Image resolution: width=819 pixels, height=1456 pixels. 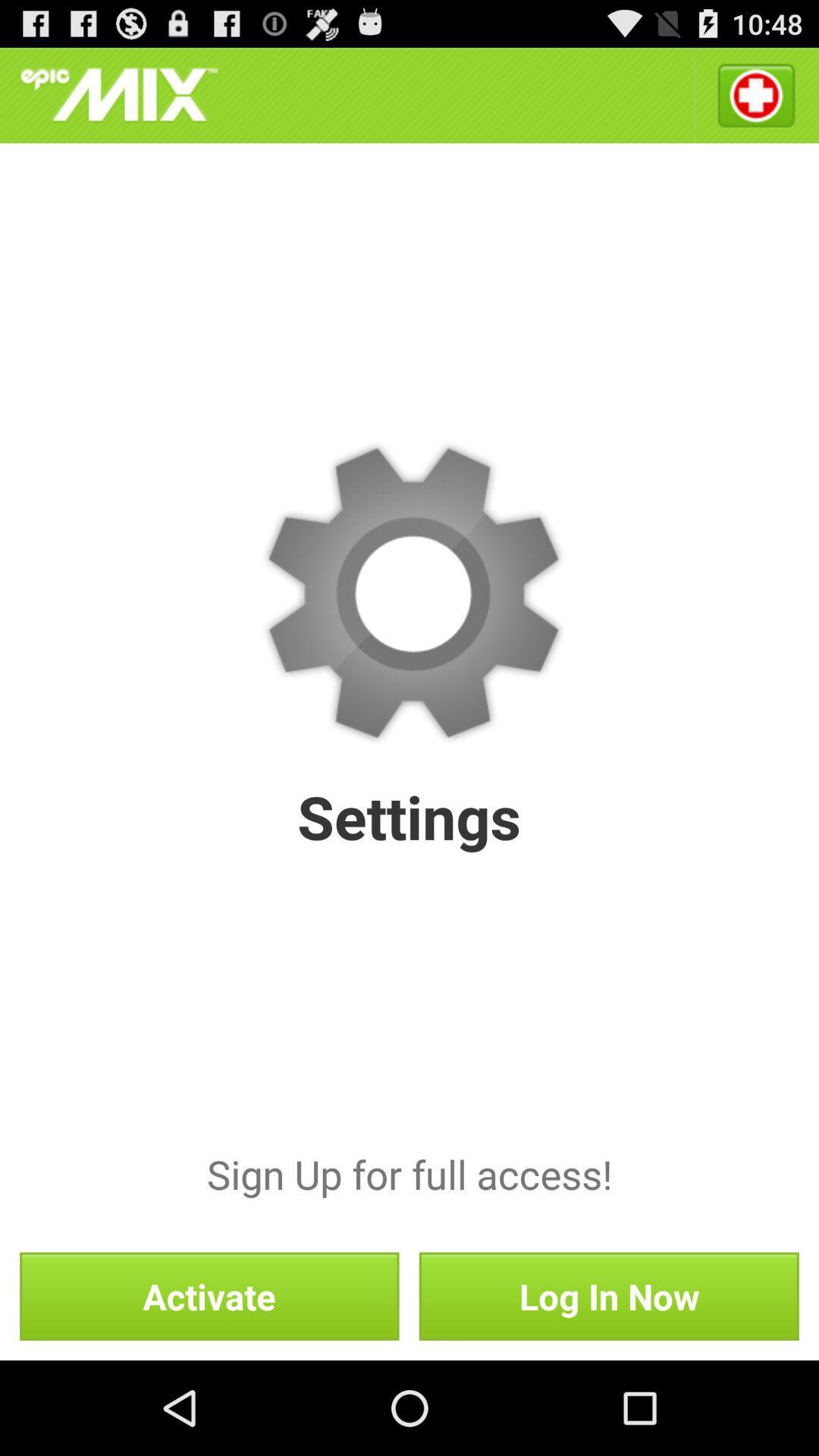 What do you see at coordinates (209, 1295) in the screenshot?
I see `the button to the left of the log in now button` at bounding box center [209, 1295].